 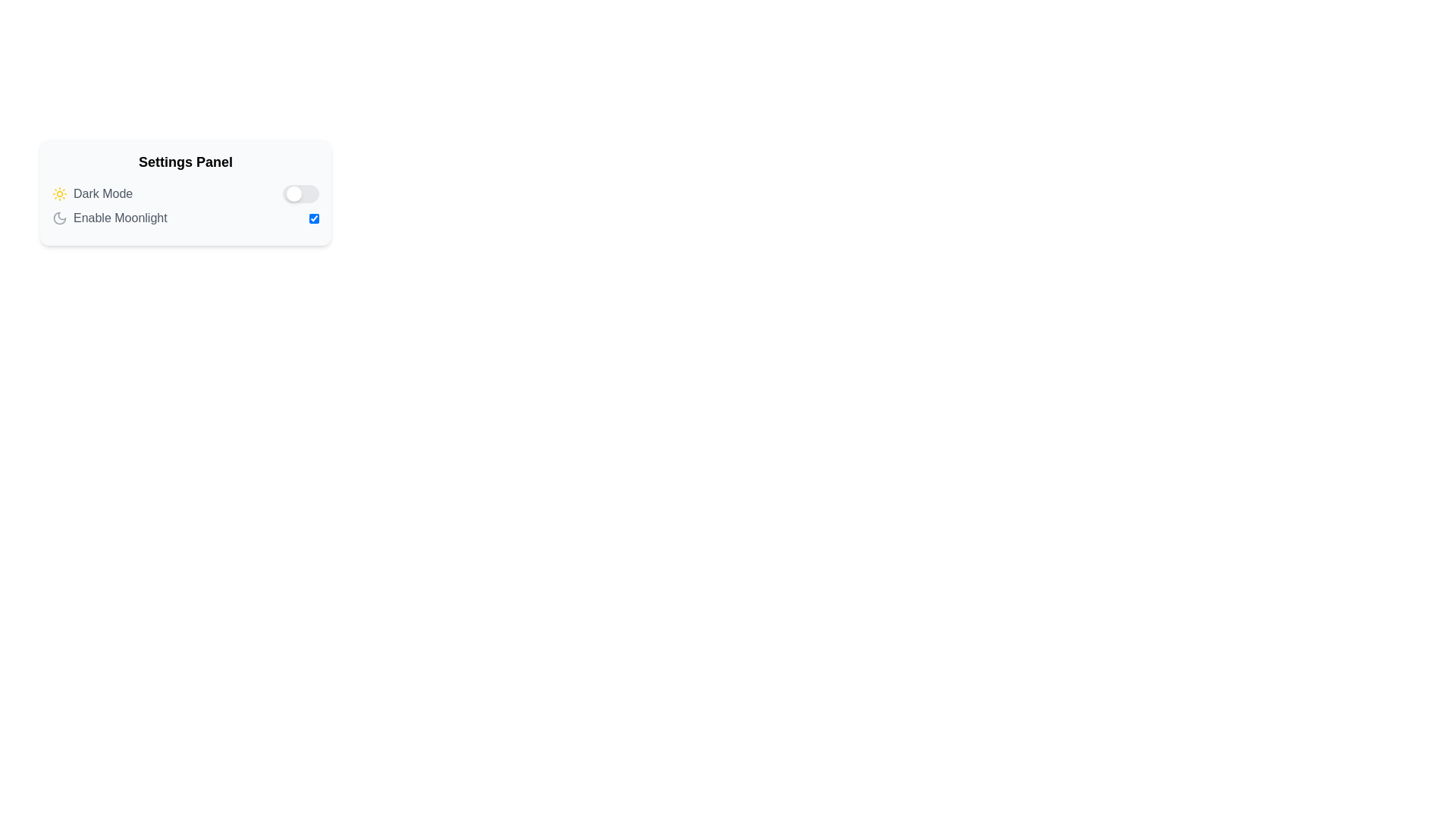 I want to click on the crescent moon icon, which is outlined in light gray and located to the left of the 'Enable Moonlight' text in the settings panel, so click(x=59, y=218).